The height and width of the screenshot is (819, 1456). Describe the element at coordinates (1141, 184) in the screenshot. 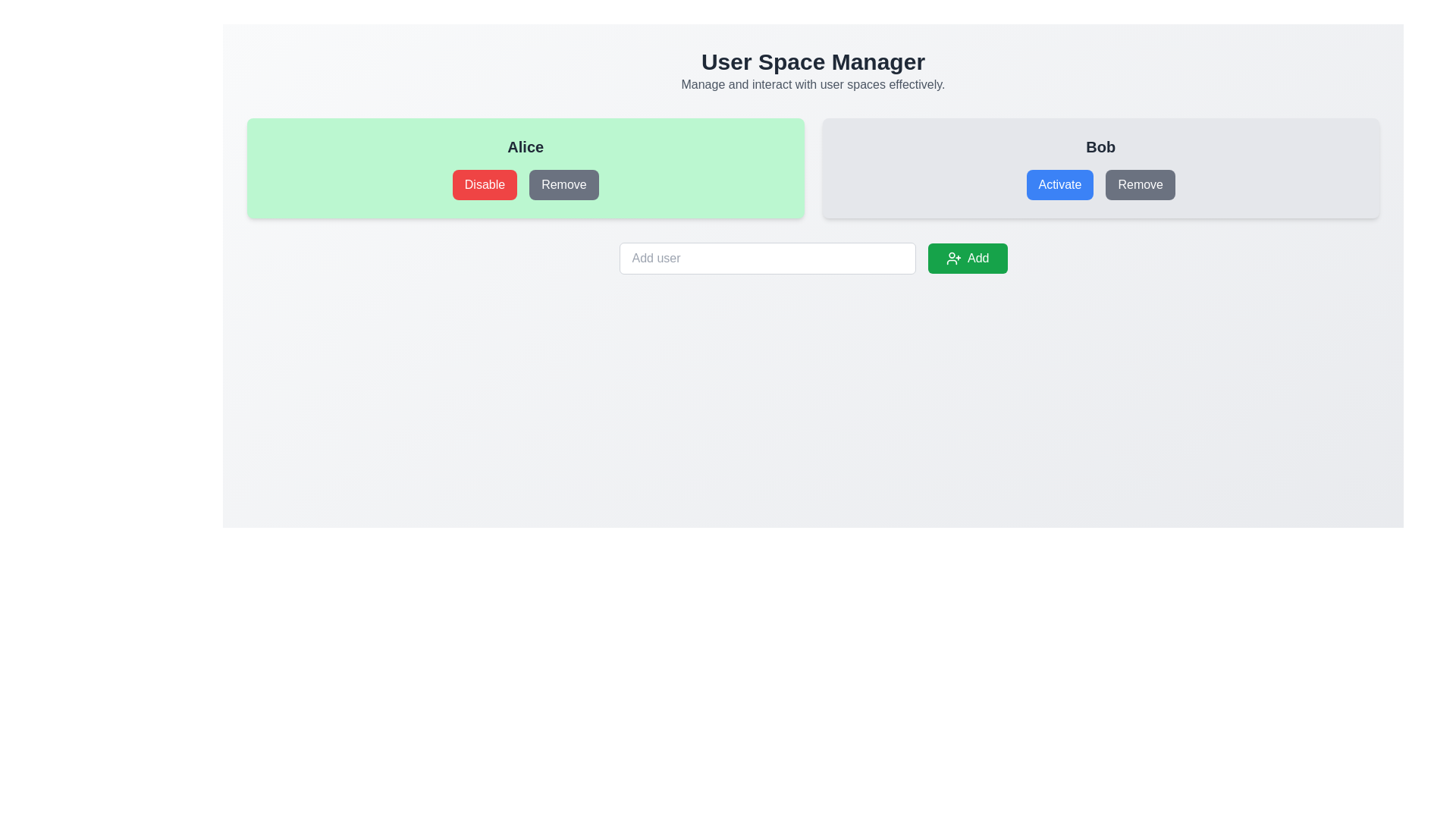

I see `the rightmost button in the 'Bob' section, which is located next to the 'Activate' button` at that location.